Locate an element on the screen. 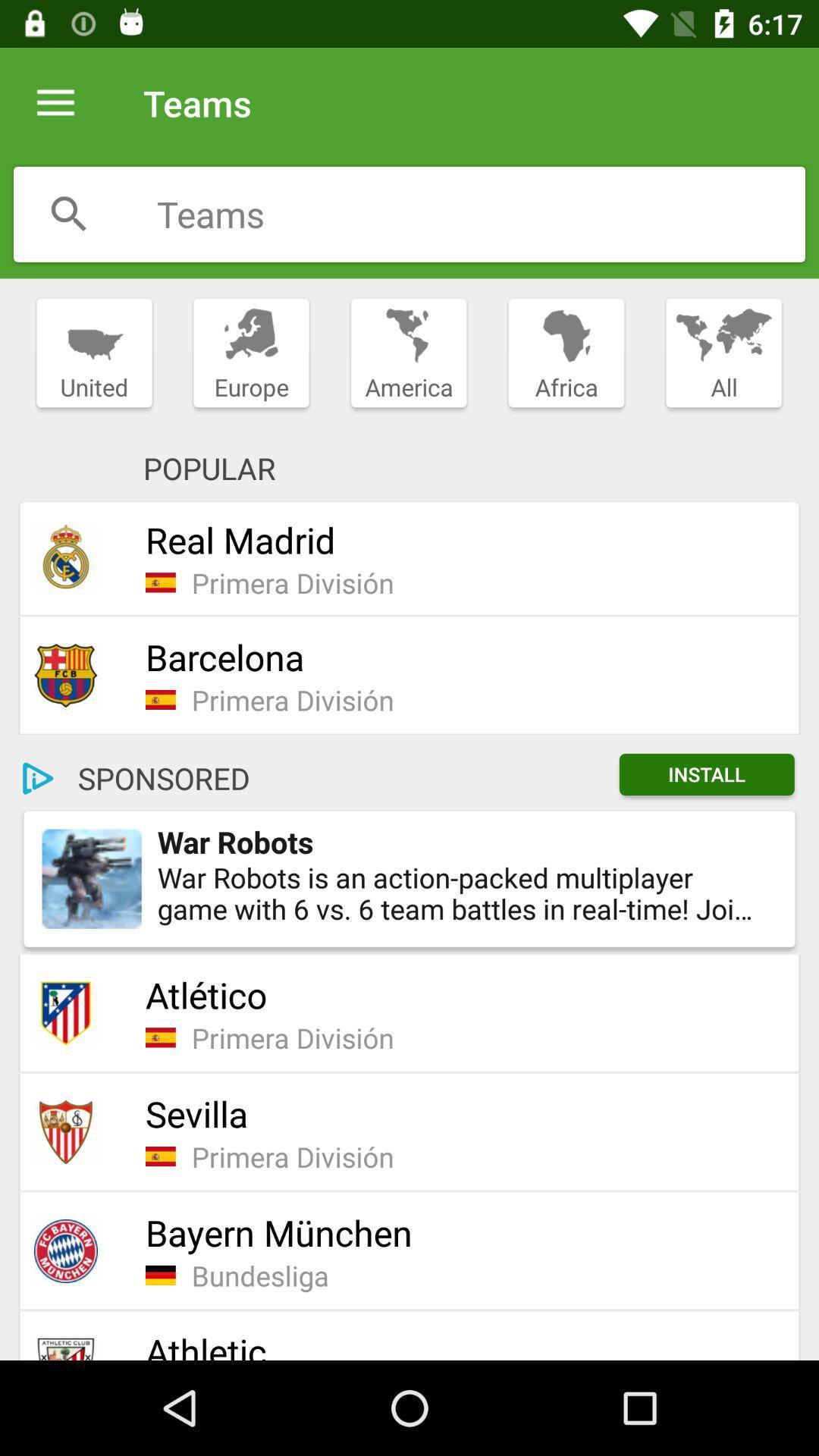 This screenshot has width=819, height=1456. the item next to america is located at coordinates (566, 353).